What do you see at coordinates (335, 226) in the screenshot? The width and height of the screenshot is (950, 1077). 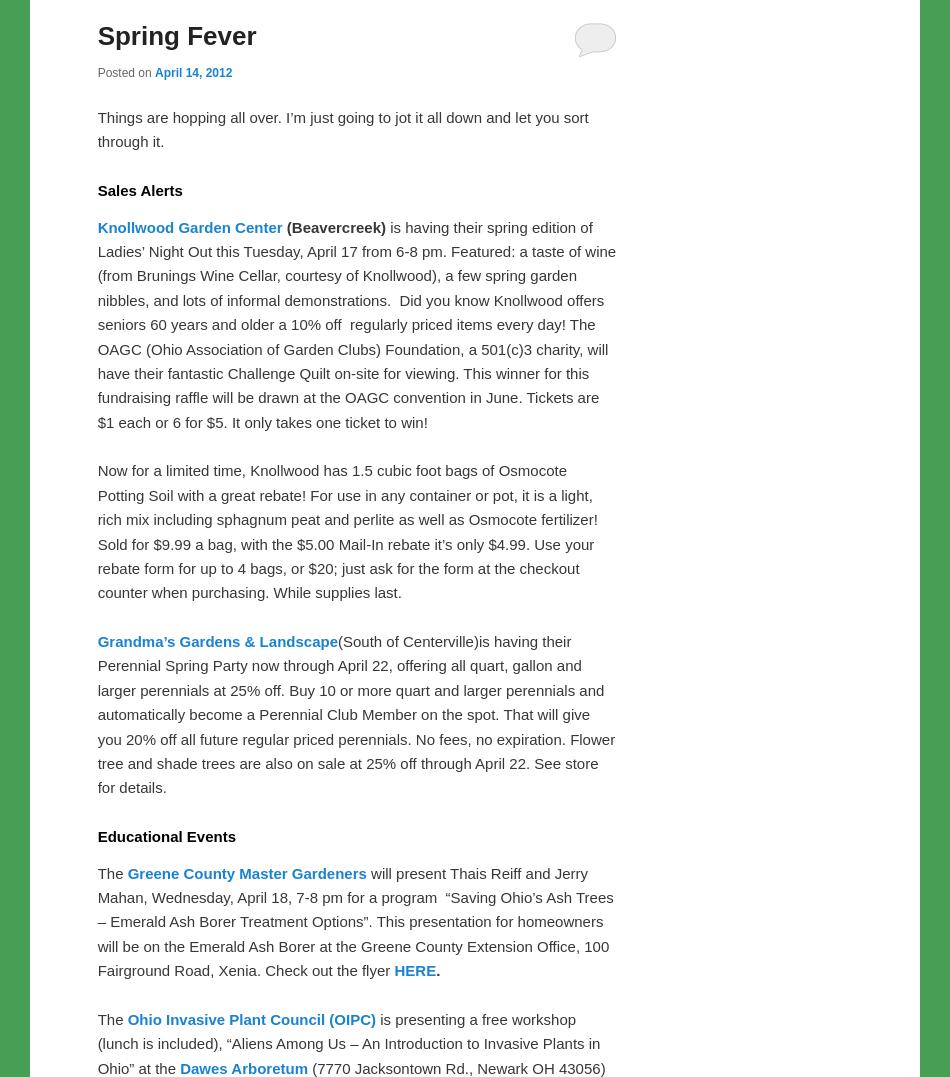 I see `'(Beavercreek)'` at bounding box center [335, 226].